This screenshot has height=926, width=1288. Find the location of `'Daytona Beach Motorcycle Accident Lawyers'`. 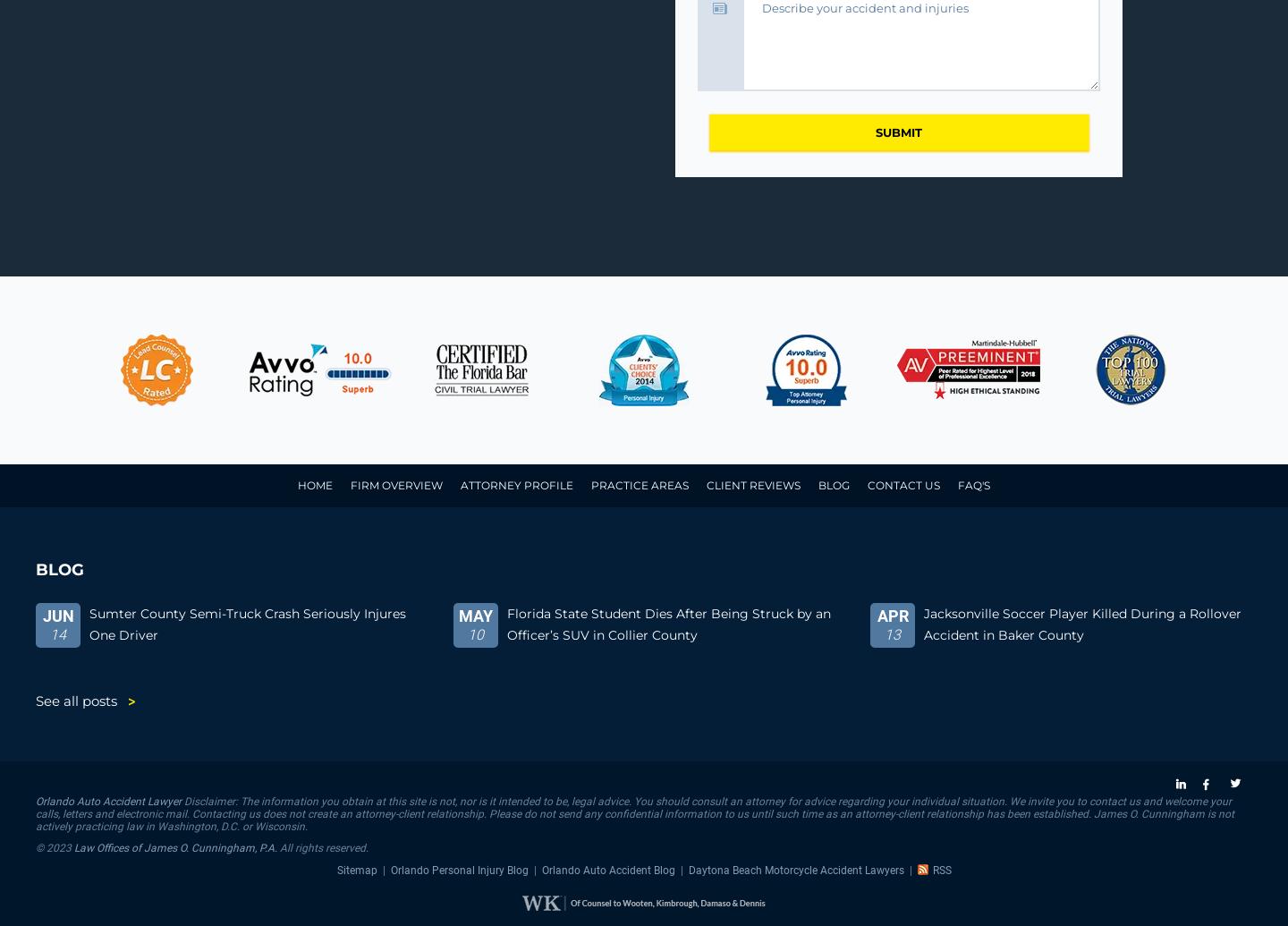

'Daytona Beach Motorcycle Accident Lawyers' is located at coordinates (686, 870).